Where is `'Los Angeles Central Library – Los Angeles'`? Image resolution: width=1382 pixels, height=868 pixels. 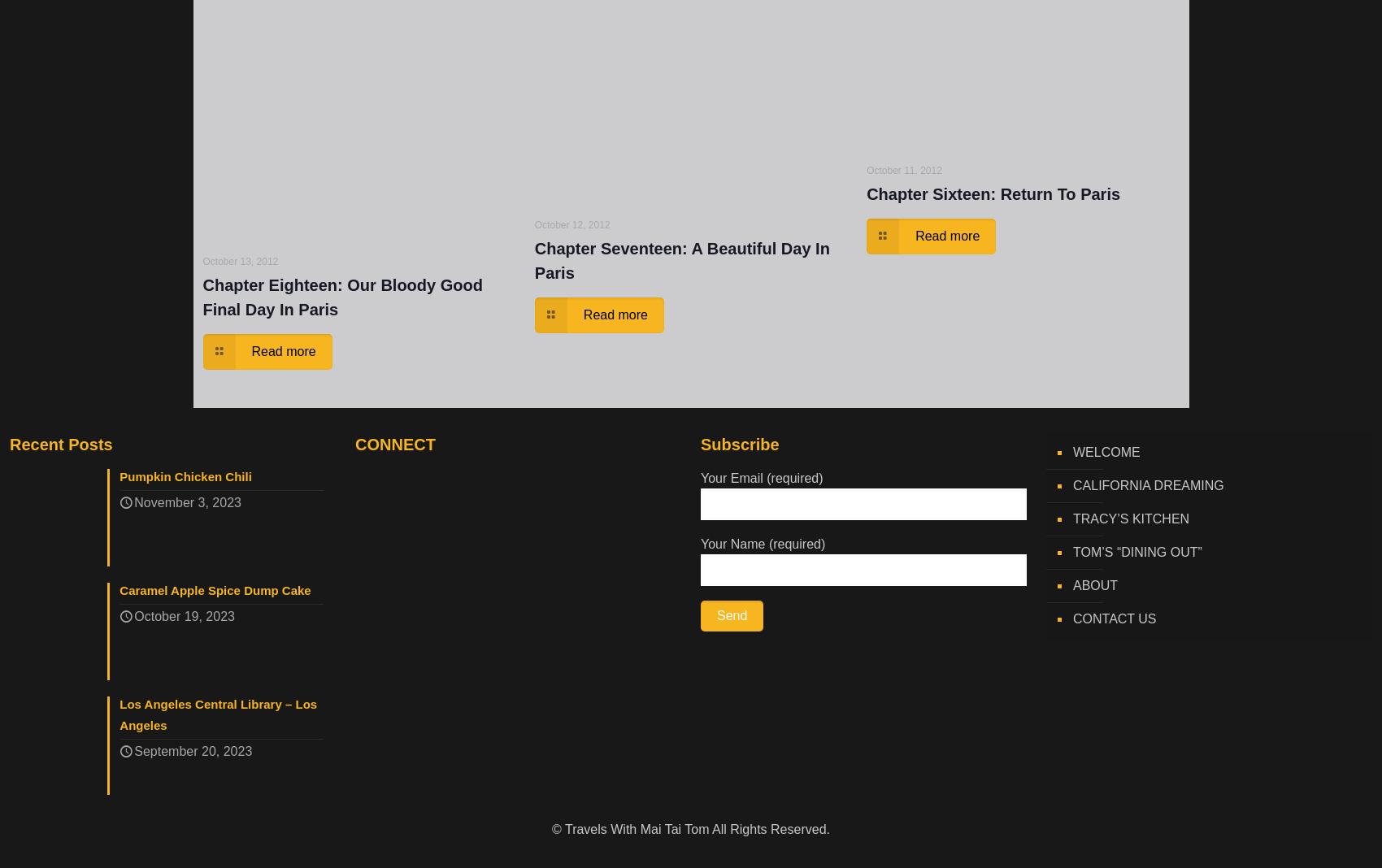 'Los Angeles Central Library – Los Angeles' is located at coordinates (119, 714).